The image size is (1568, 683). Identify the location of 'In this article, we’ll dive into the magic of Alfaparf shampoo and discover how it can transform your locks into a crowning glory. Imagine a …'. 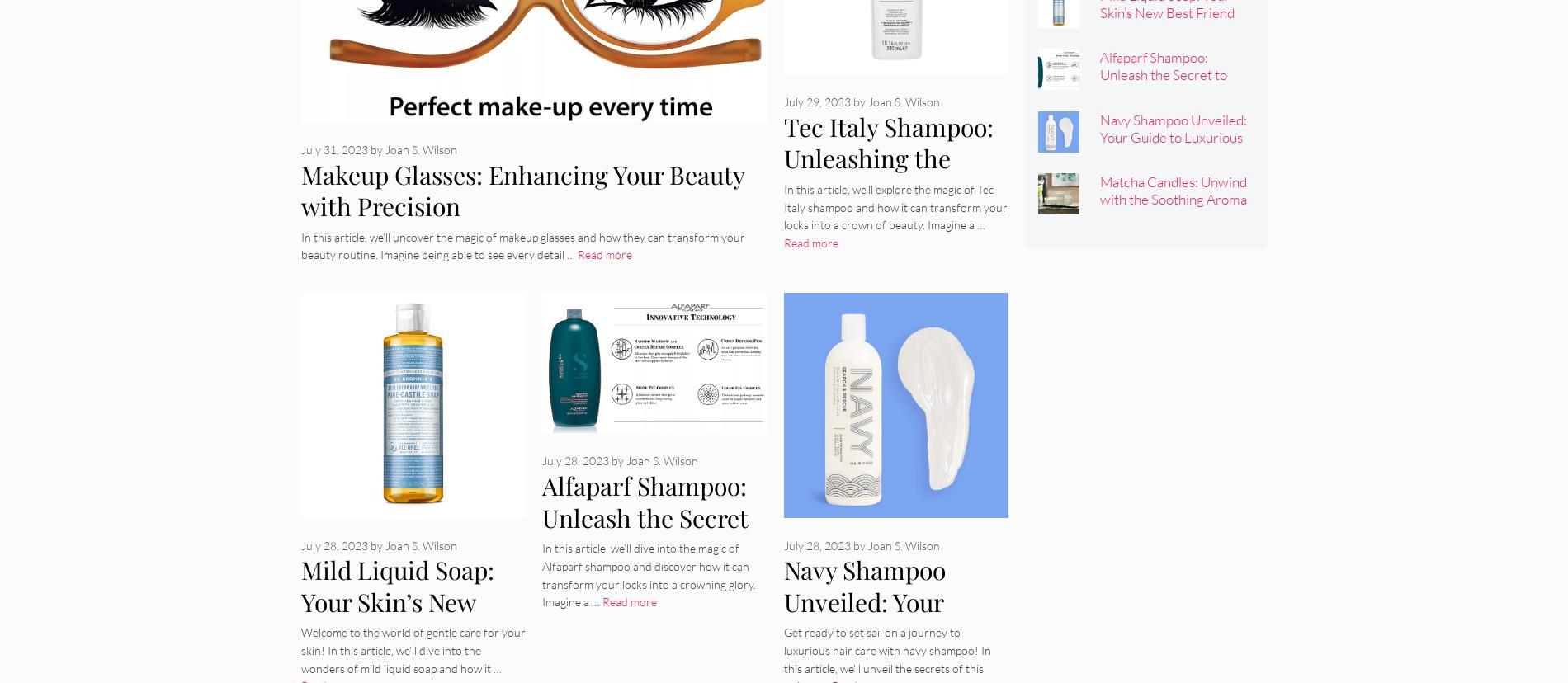
(648, 575).